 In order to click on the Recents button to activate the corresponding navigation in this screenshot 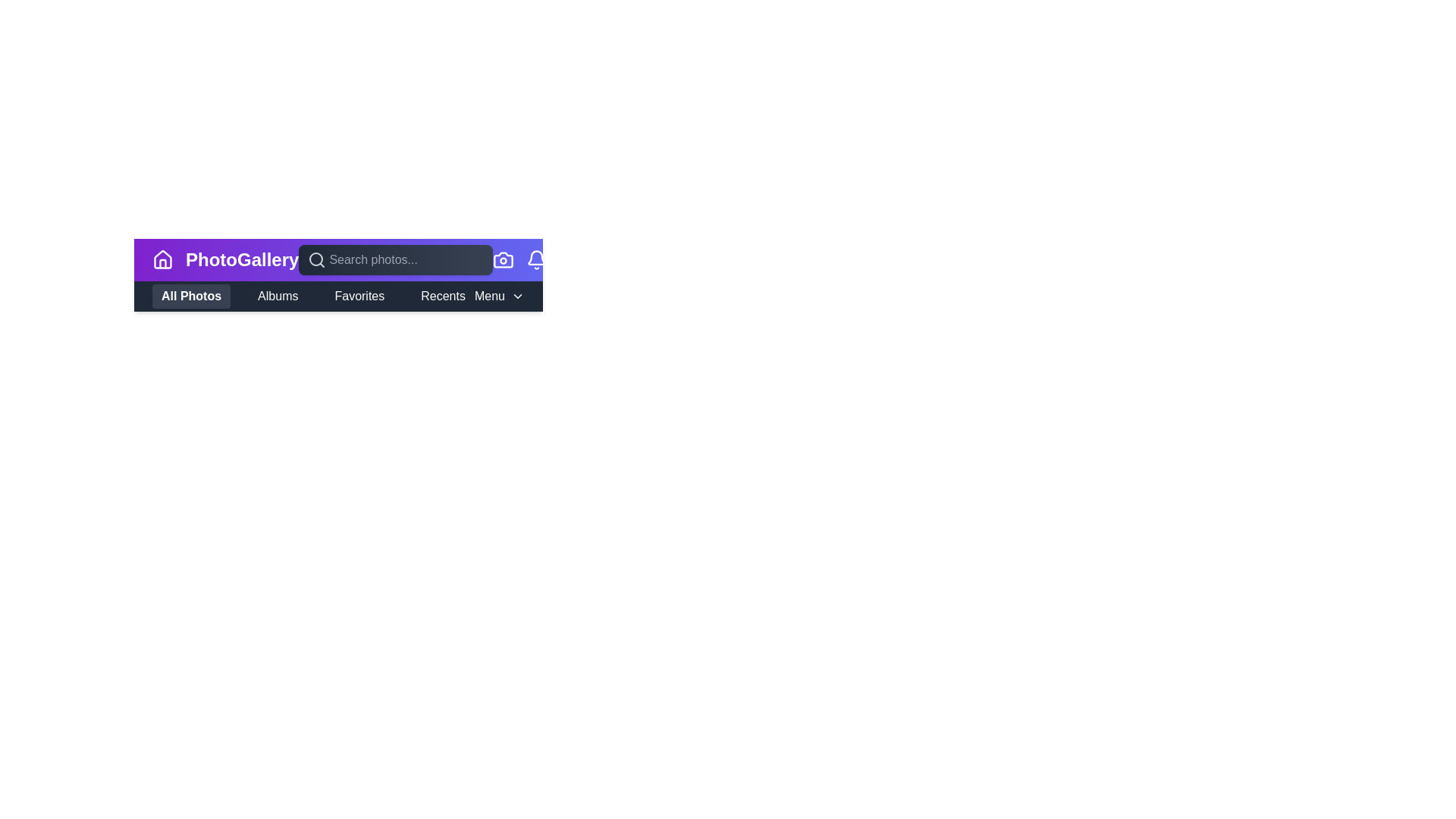, I will do `click(442, 296)`.